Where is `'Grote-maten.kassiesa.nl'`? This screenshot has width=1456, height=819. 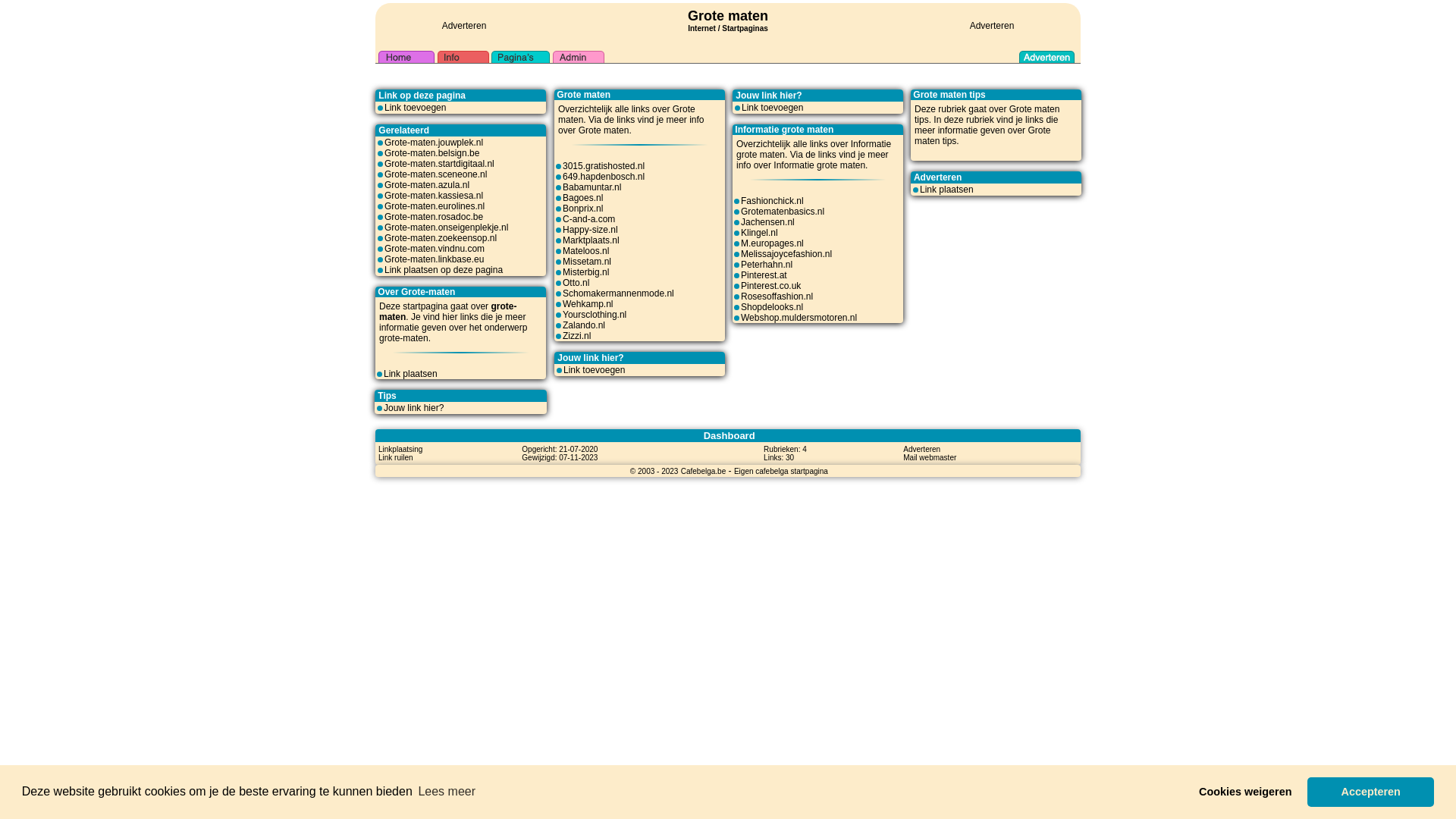 'Grote-maten.kassiesa.nl' is located at coordinates (432, 195).